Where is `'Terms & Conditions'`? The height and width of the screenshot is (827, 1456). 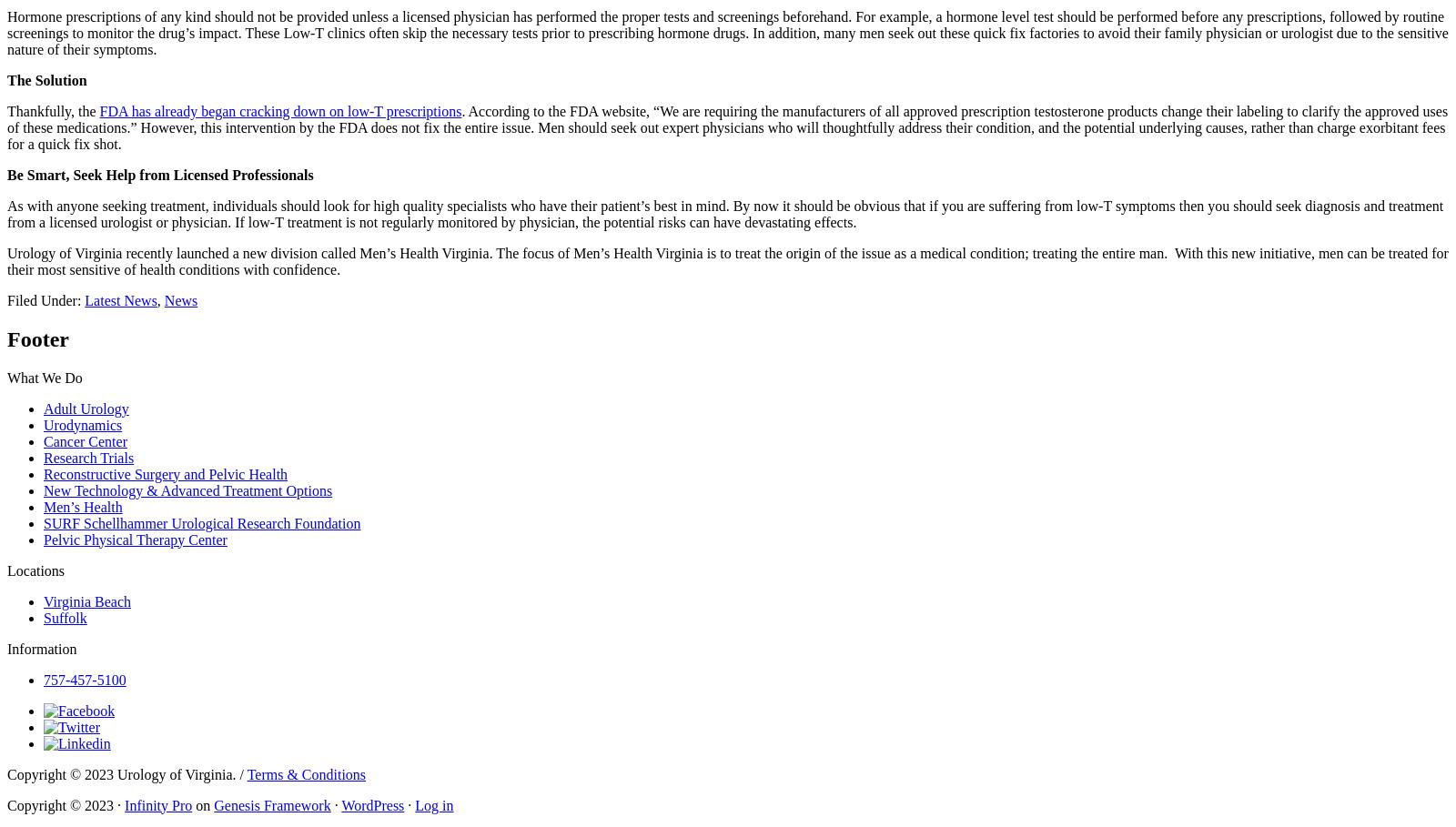 'Terms & Conditions' is located at coordinates (306, 772).